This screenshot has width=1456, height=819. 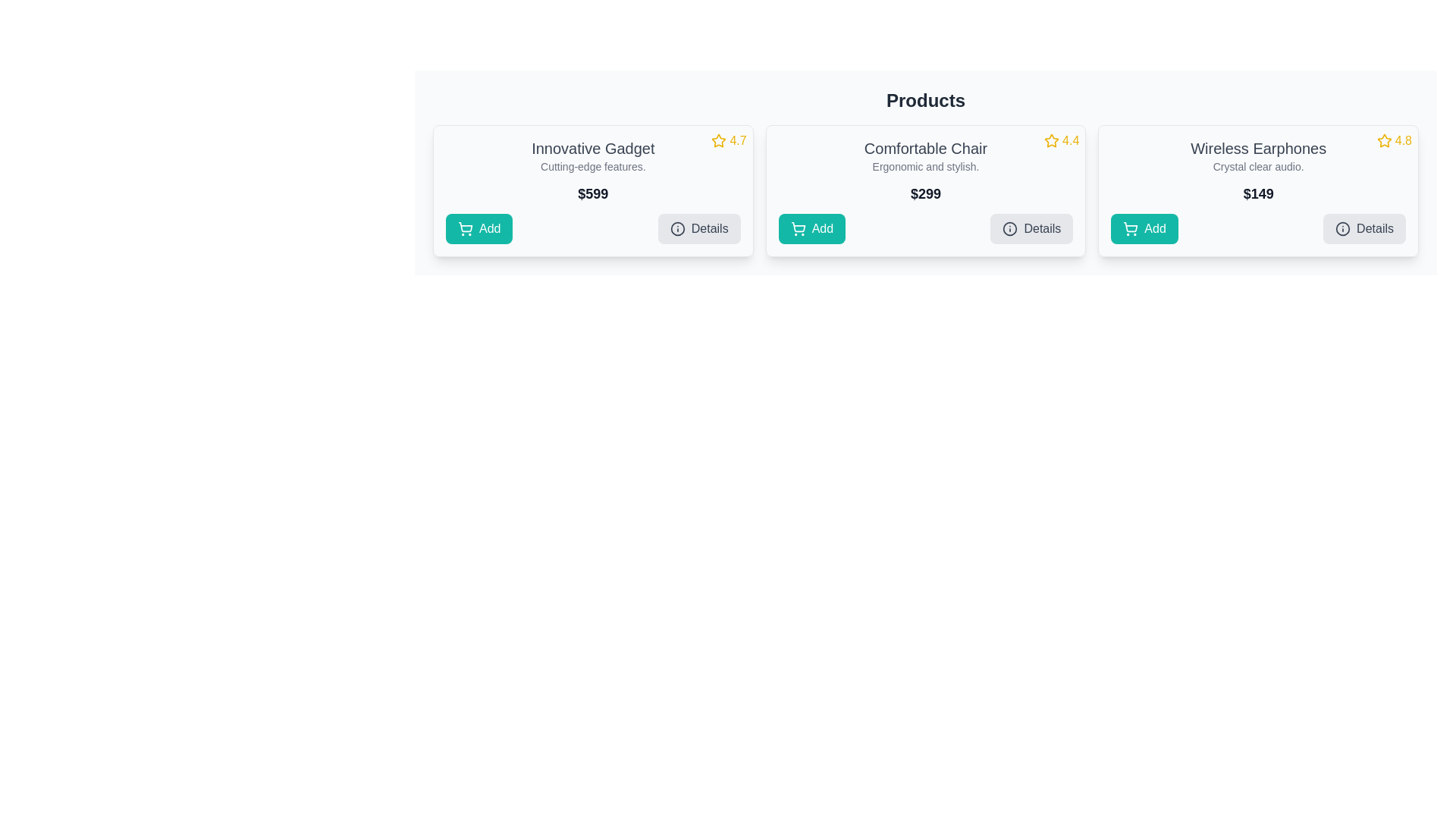 What do you see at coordinates (1343, 228) in the screenshot?
I see `the information icon within the 'Details' button located at the bottom right of the 'Wireless Earphones' card` at bounding box center [1343, 228].